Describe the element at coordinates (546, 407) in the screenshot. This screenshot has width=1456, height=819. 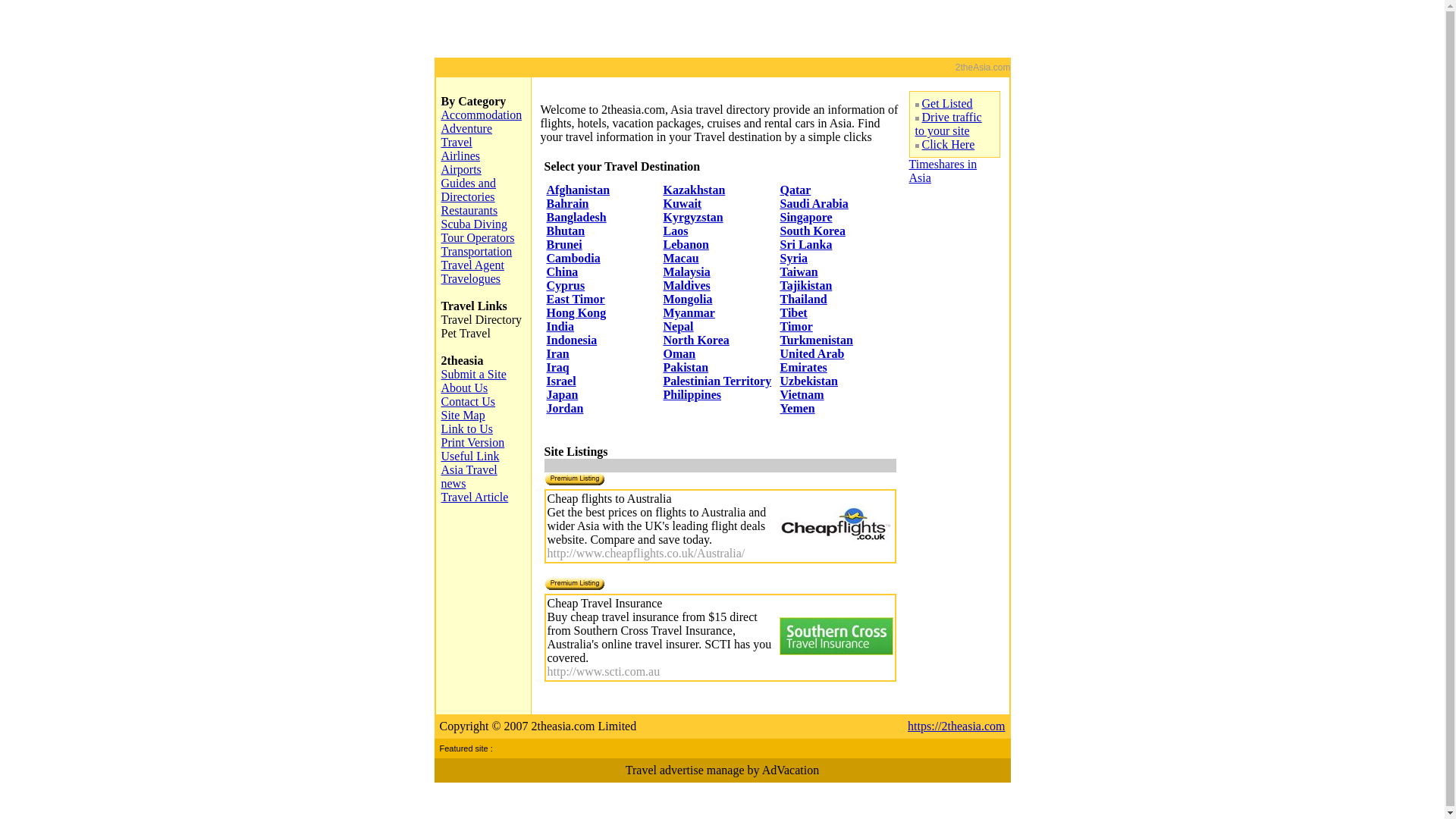
I see `'Jordan'` at that location.